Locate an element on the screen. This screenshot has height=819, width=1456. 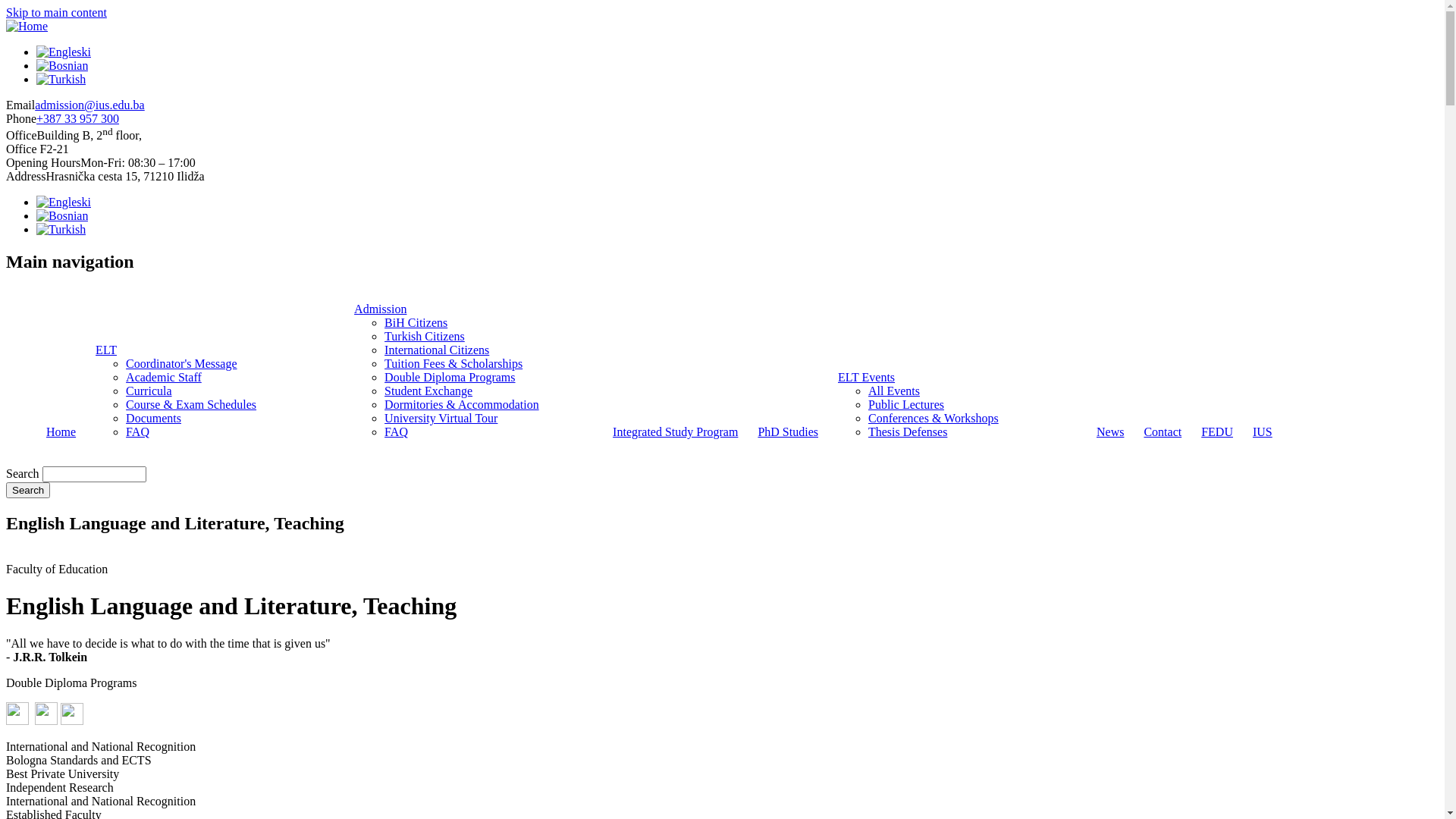
'University Virtual Tour' is located at coordinates (440, 418).